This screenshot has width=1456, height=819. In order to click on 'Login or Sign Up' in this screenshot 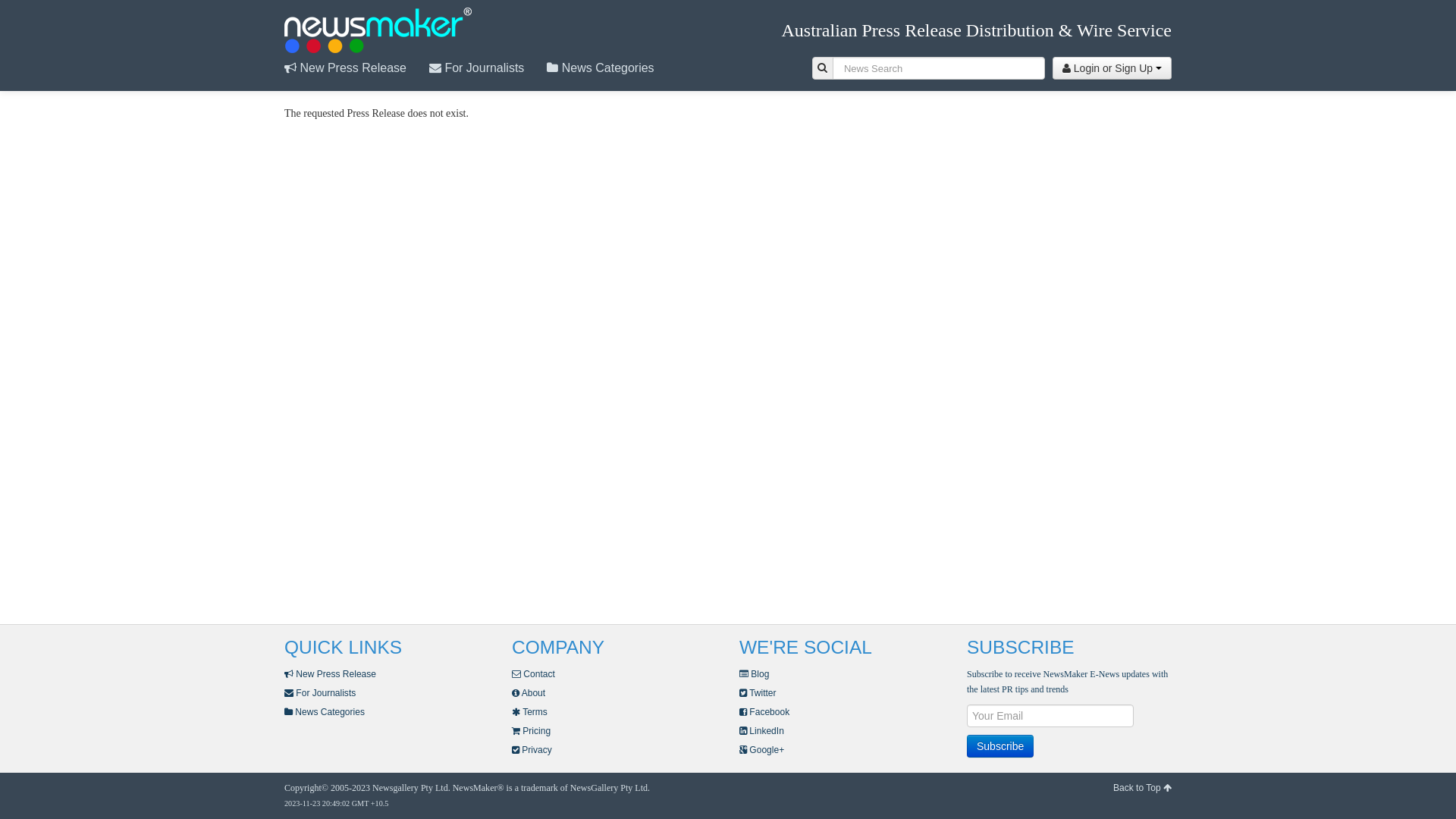, I will do `click(1112, 67)`.